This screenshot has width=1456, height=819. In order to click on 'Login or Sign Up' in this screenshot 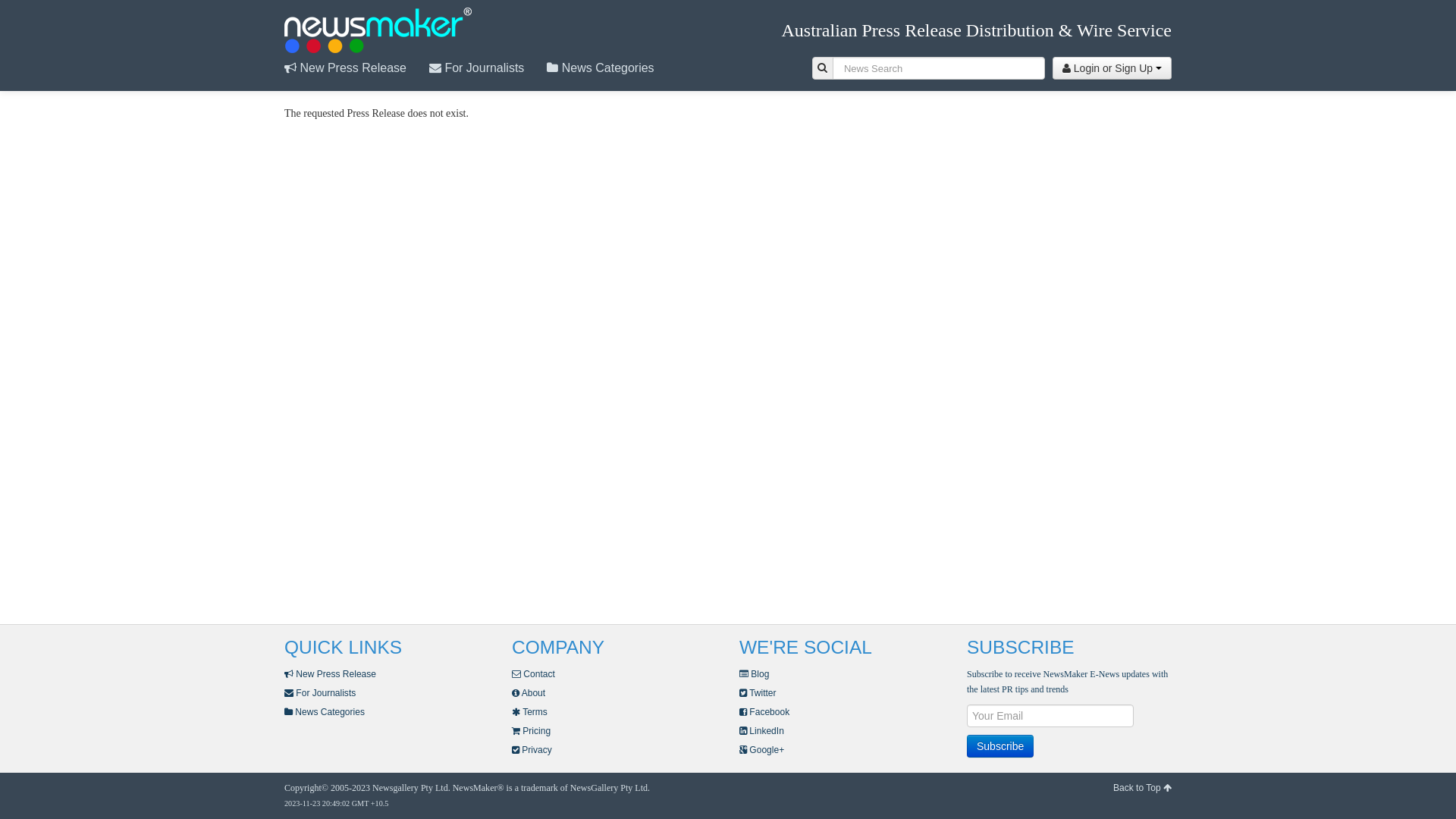, I will do `click(1112, 67)`.